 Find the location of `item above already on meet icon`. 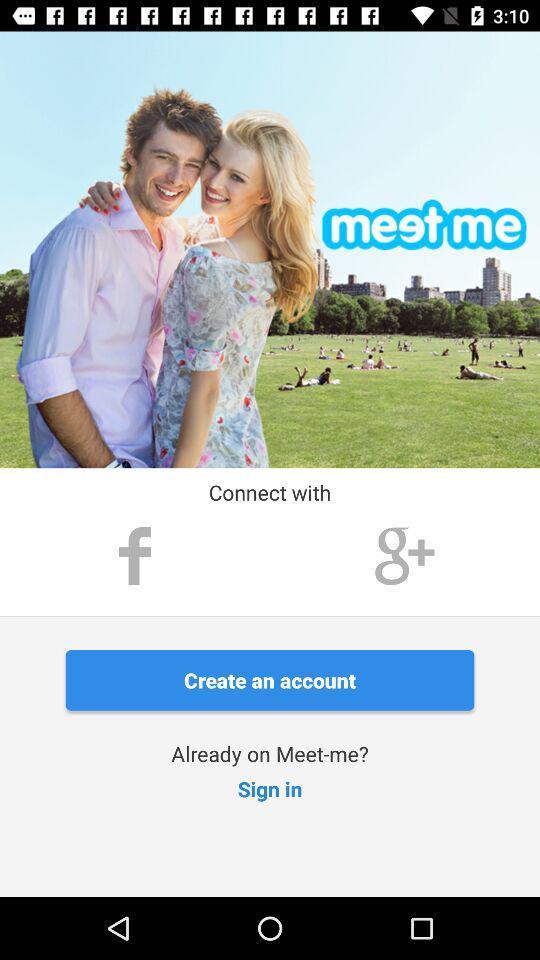

item above already on meet icon is located at coordinates (270, 680).